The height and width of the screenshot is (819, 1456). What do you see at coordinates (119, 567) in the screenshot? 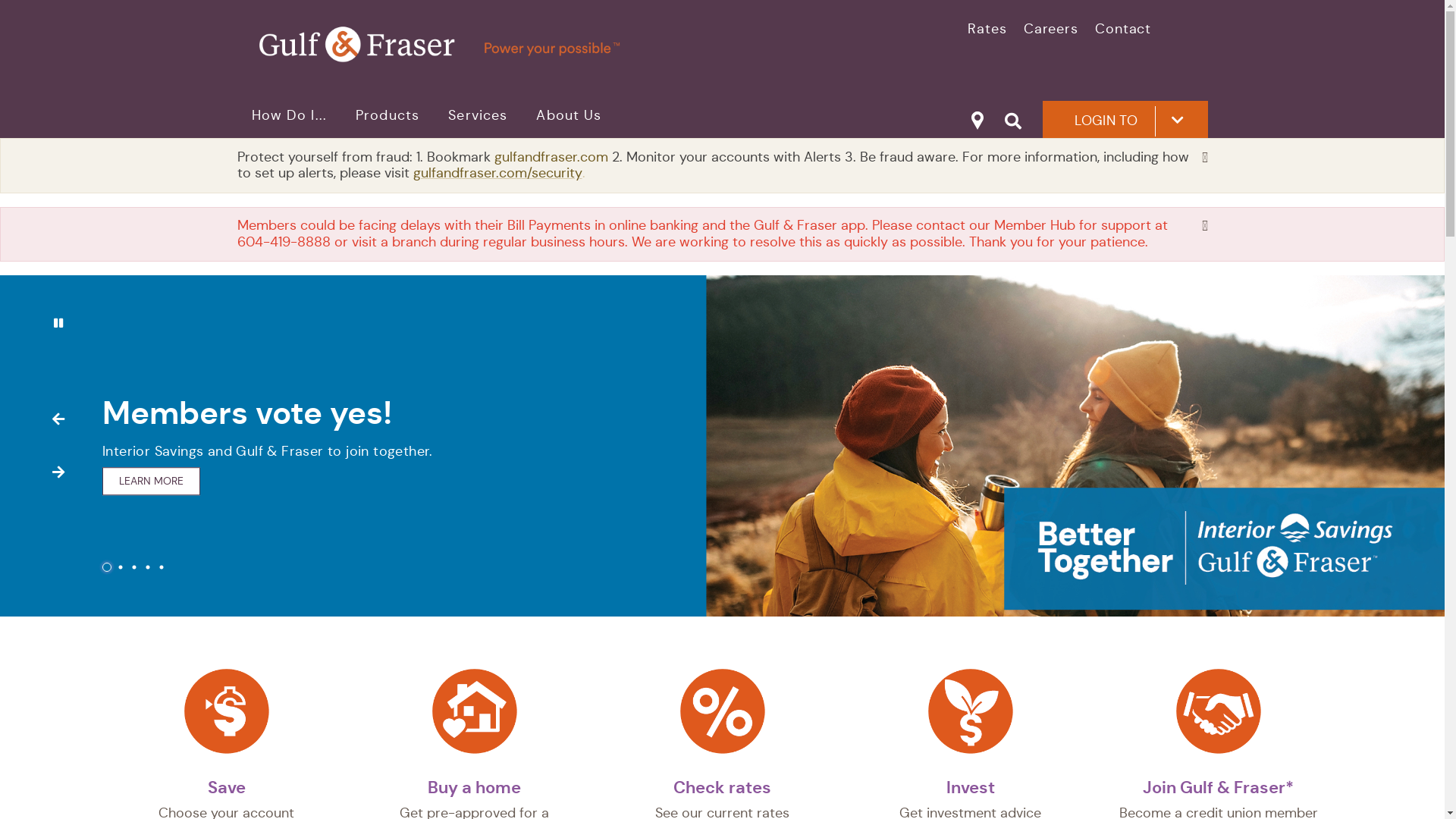
I see `'2'` at bounding box center [119, 567].